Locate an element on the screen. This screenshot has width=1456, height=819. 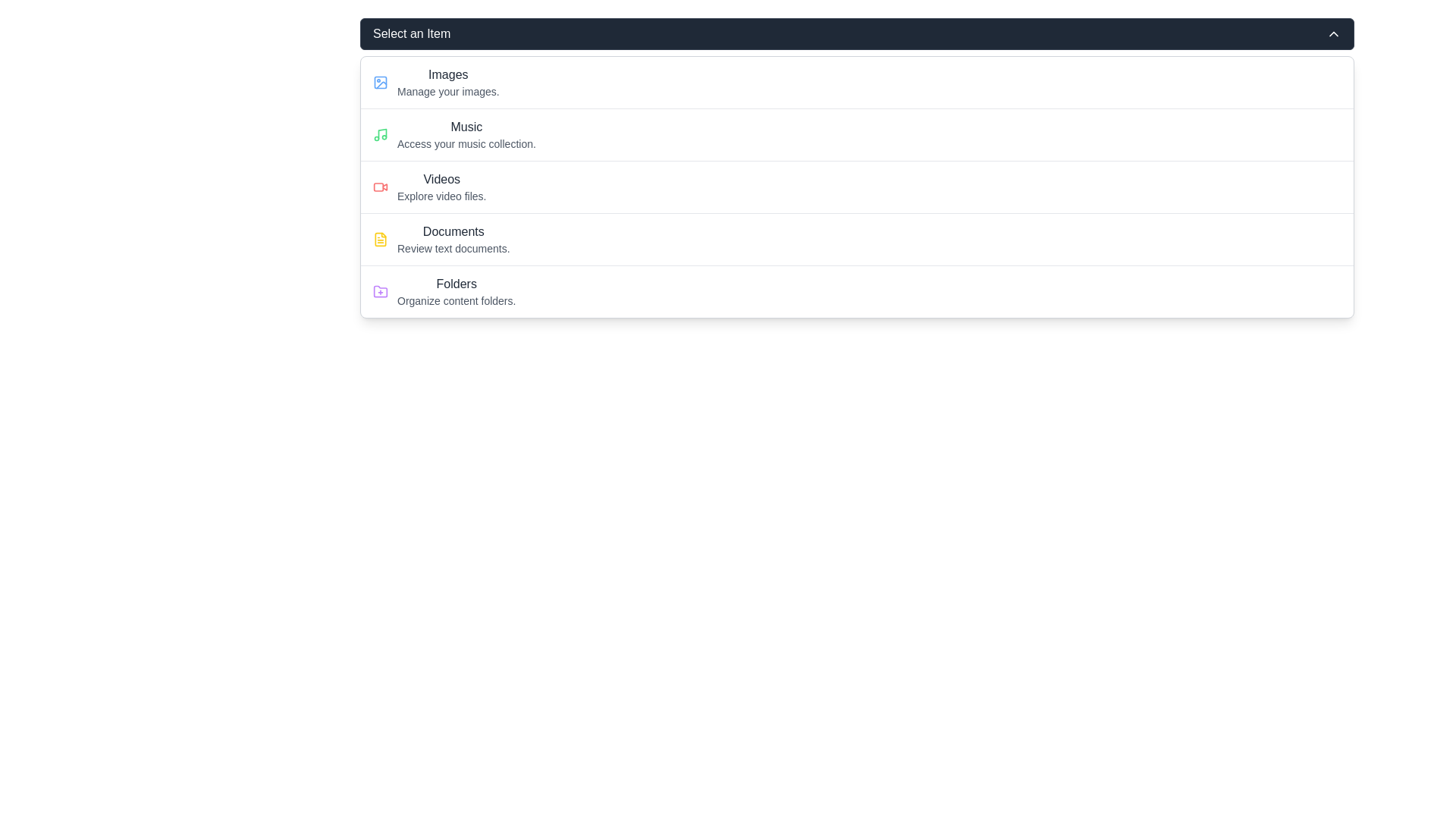
the third list item in a vertically arranged list of selectable options that directs users to the video files section is located at coordinates (441, 186).